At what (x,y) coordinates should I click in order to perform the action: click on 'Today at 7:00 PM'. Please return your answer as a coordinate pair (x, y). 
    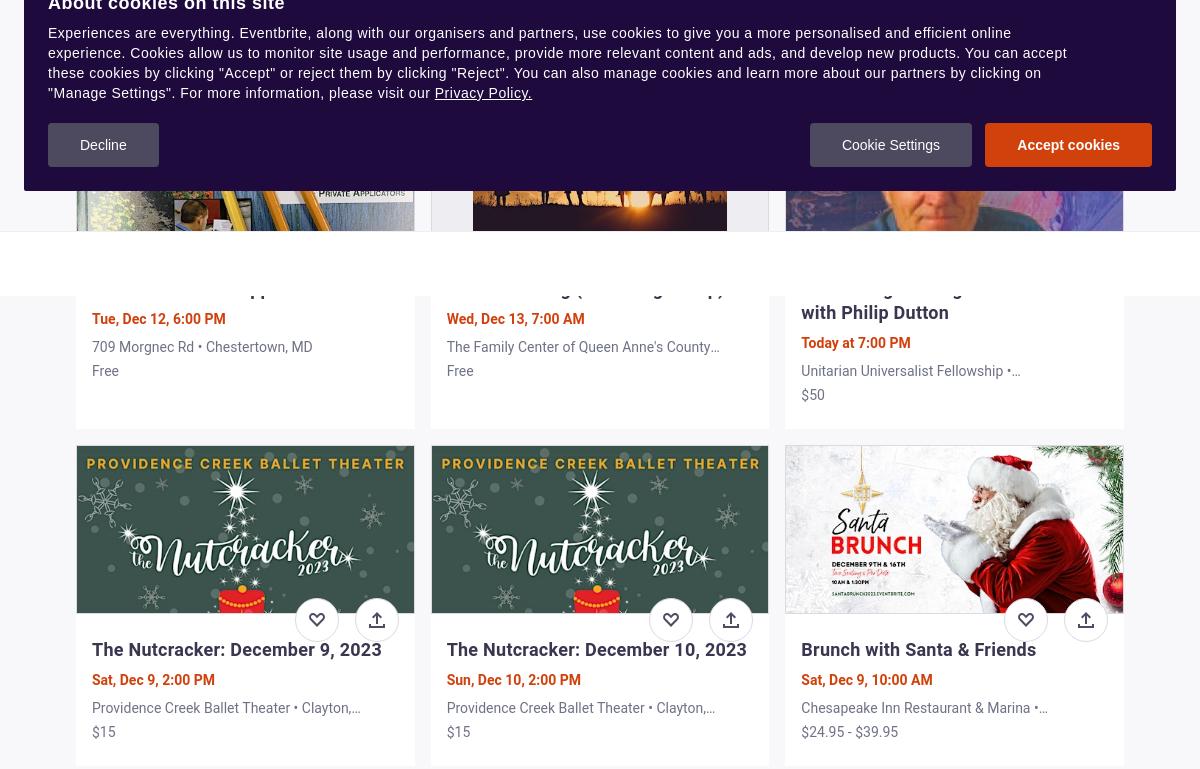
    Looking at the image, I should click on (854, 341).